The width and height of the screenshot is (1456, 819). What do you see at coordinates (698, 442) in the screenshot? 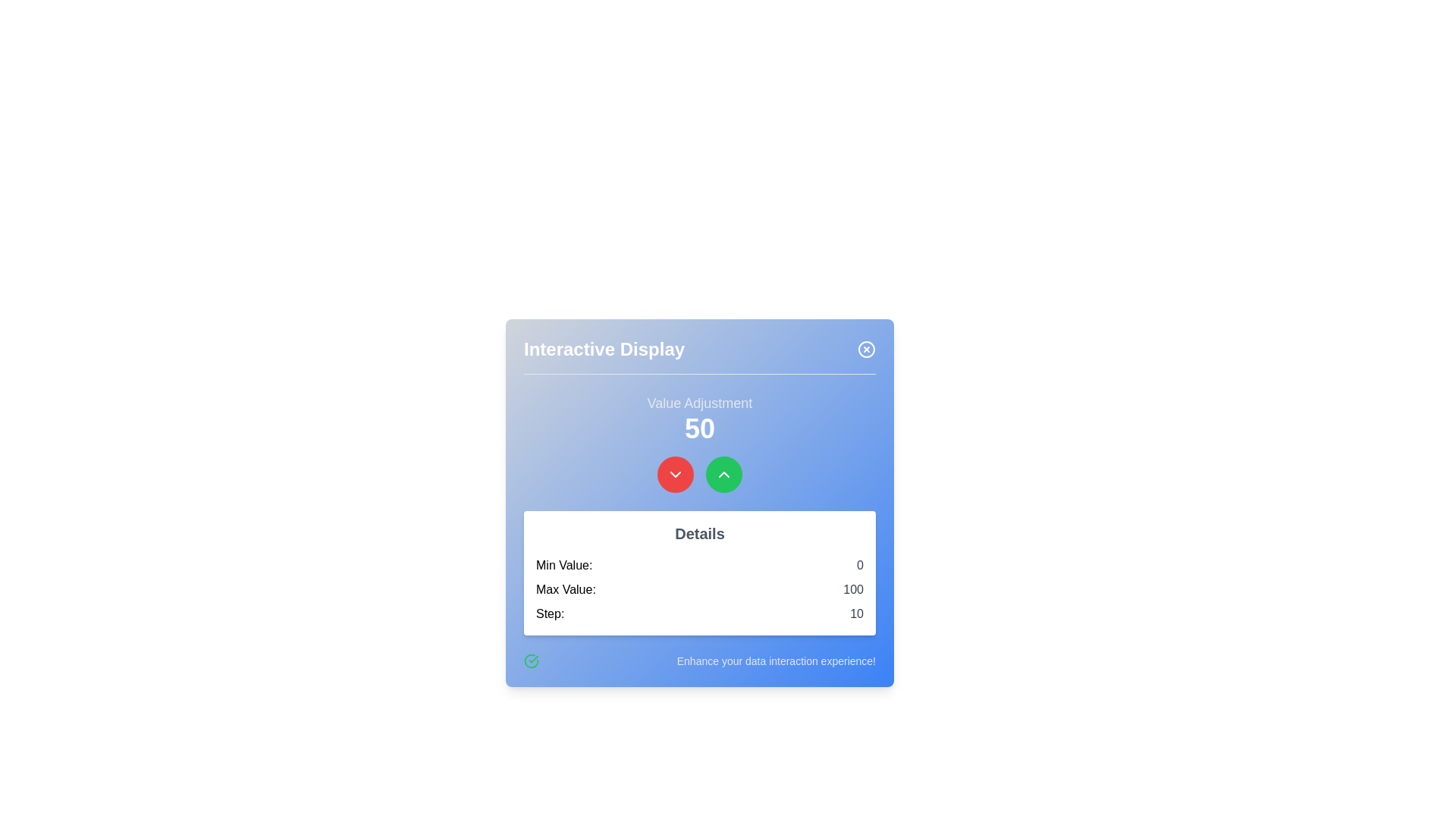
I see `the label above the numeric value displayed in the Interactive Display card, which currently shows '50'` at bounding box center [698, 442].